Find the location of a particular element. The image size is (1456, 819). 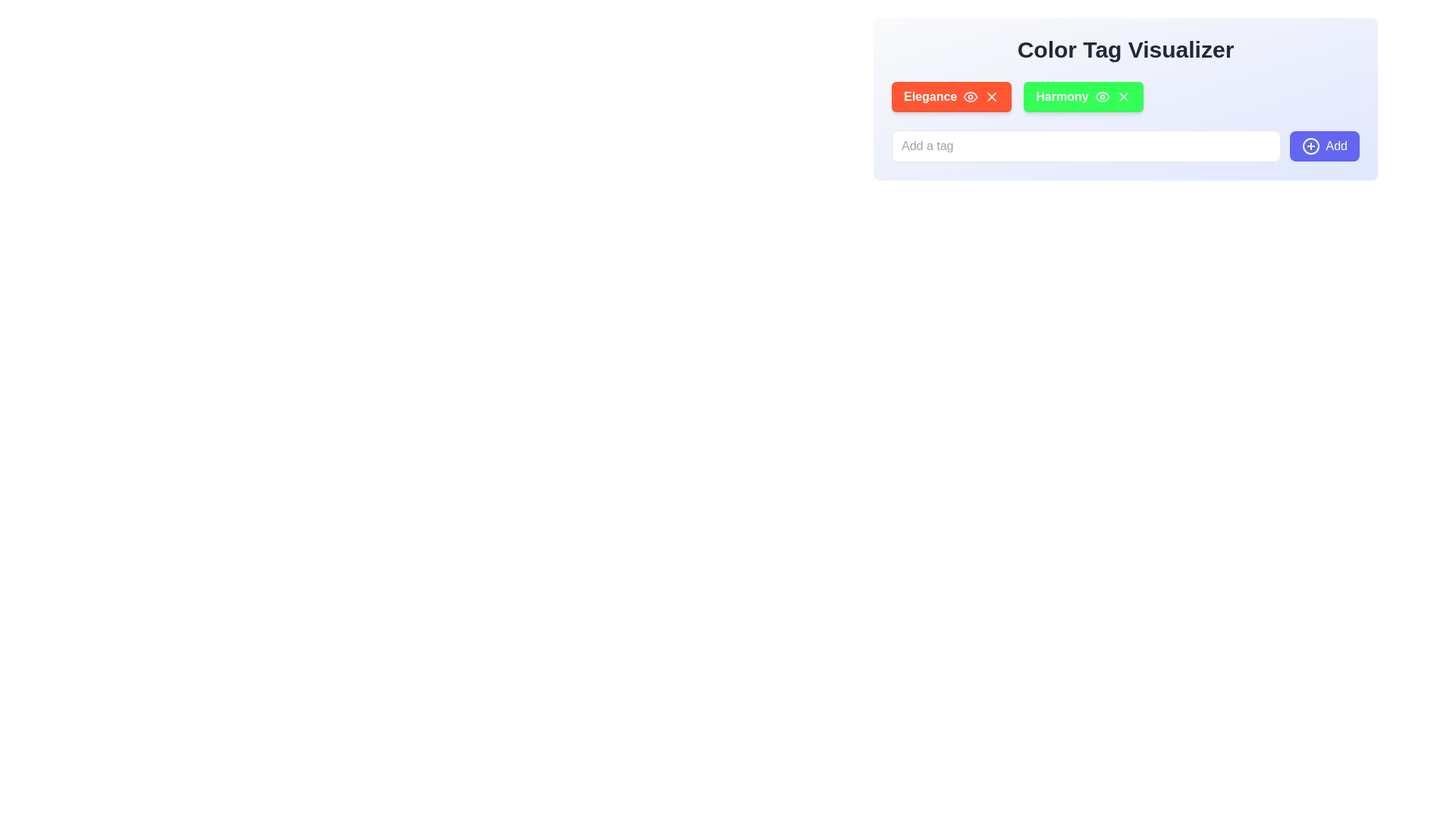

the 'Harmony' text label, which is displayed in bold white font on a rounded green background, located within the Color Tag Visualizer interface is located at coordinates (1062, 96).